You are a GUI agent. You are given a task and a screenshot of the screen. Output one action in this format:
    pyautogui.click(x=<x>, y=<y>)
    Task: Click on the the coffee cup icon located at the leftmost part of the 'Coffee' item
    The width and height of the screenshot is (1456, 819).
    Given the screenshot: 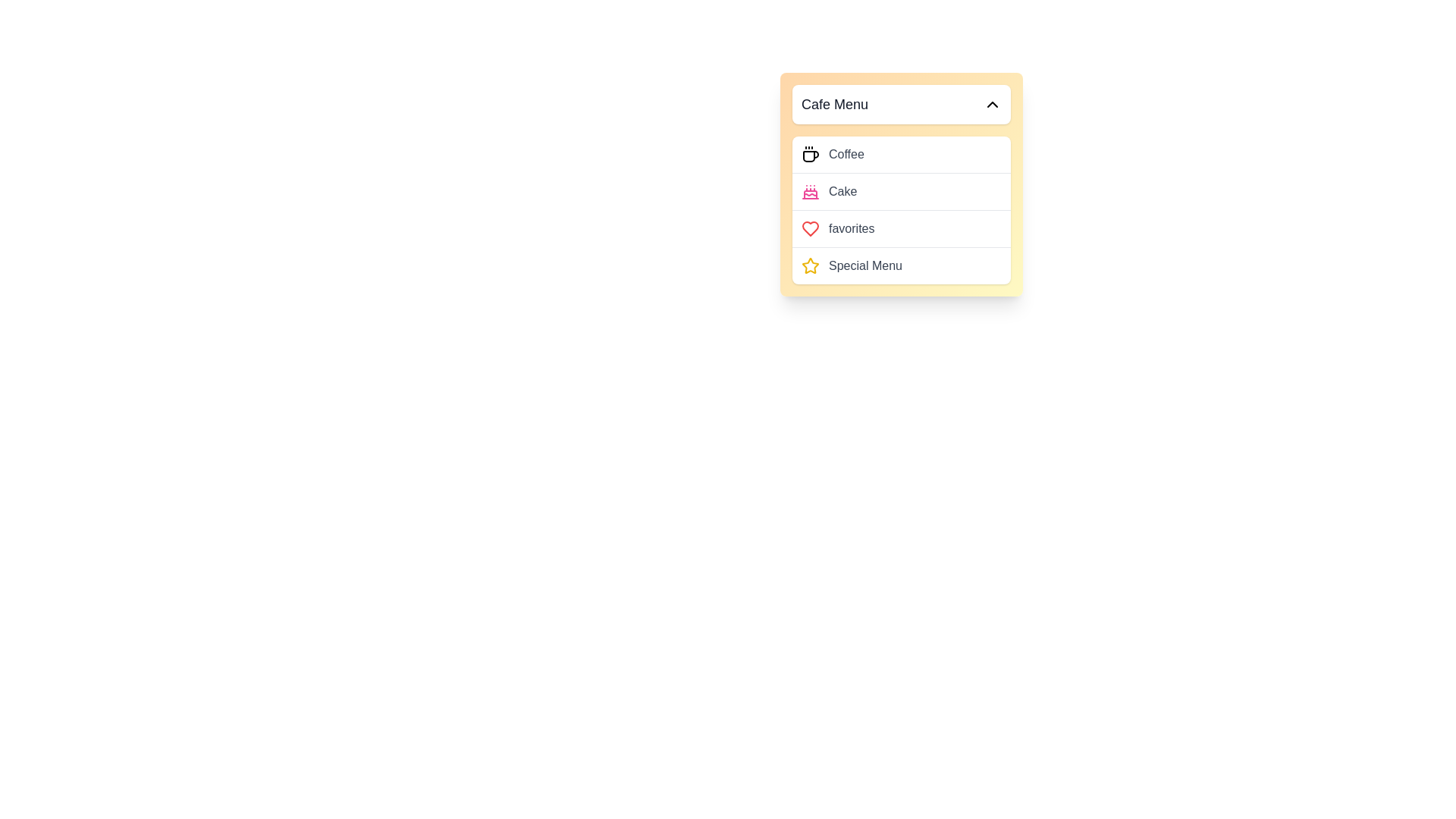 What is the action you would take?
    pyautogui.click(x=810, y=155)
    